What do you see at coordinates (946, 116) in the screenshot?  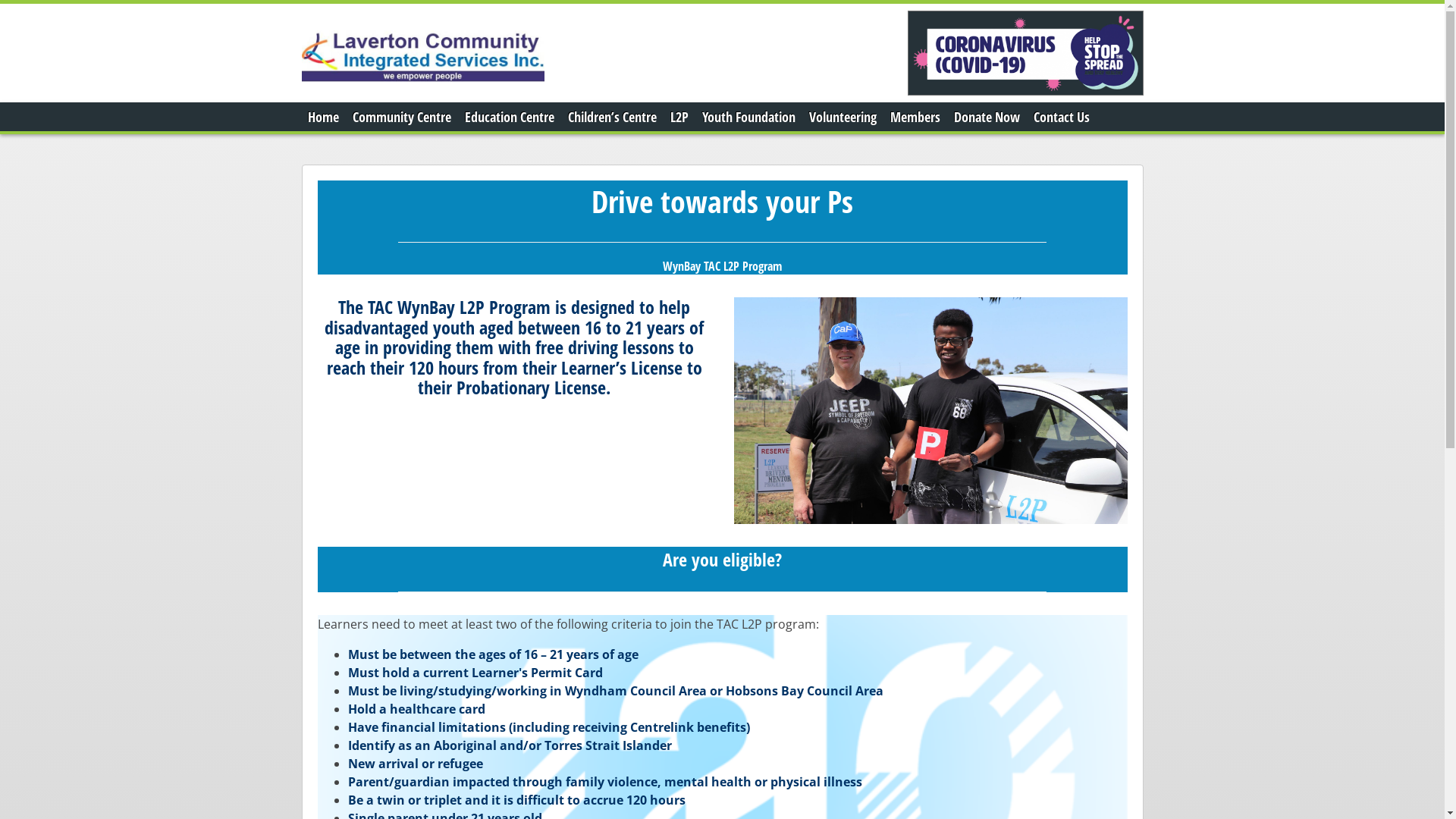 I see `'Donate Now'` at bounding box center [946, 116].